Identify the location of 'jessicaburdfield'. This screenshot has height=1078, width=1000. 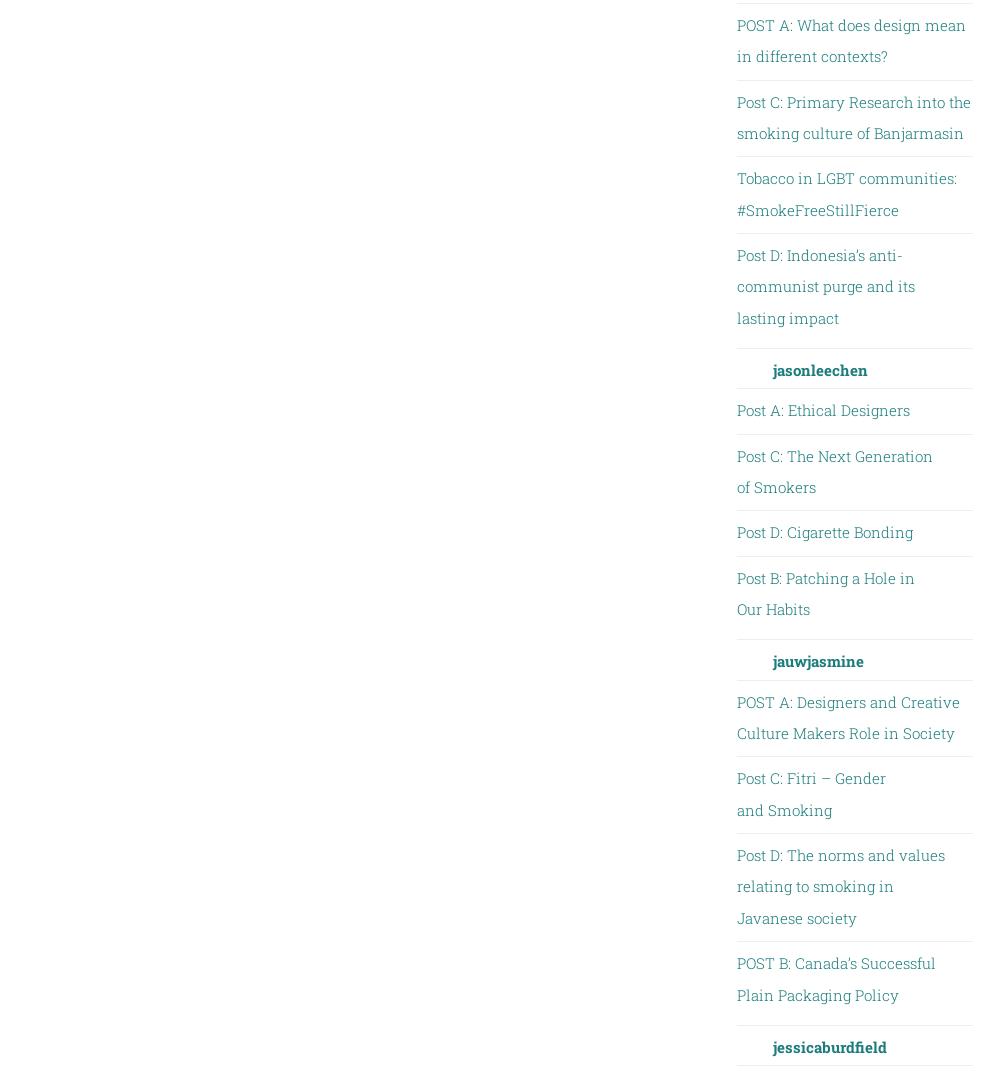
(828, 1045).